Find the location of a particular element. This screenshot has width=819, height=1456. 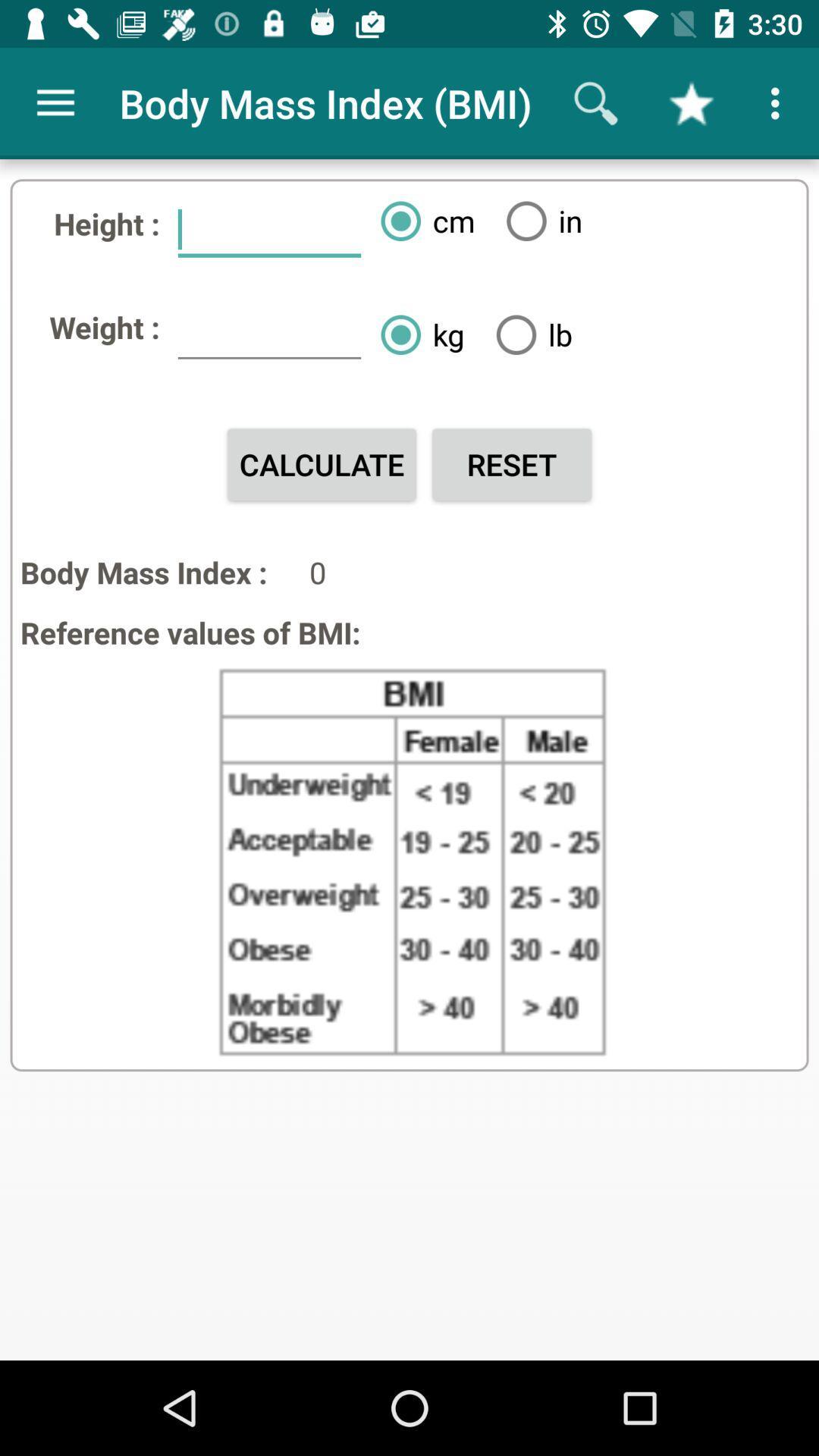

icon above the lb is located at coordinates (538, 220).